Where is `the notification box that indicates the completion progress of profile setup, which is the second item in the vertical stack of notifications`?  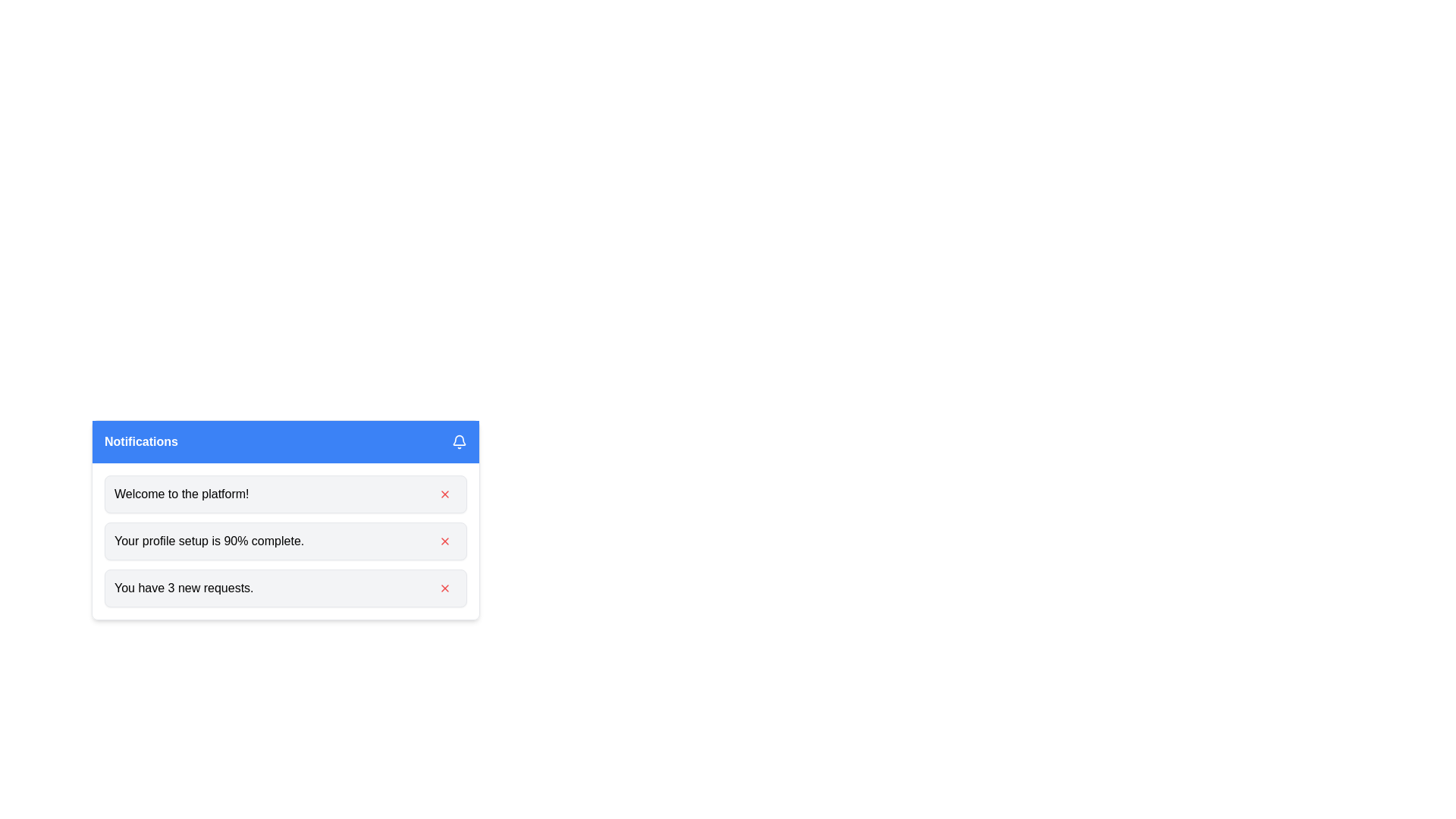 the notification box that indicates the completion progress of profile setup, which is the second item in the vertical stack of notifications is located at coordinates (286, 540).